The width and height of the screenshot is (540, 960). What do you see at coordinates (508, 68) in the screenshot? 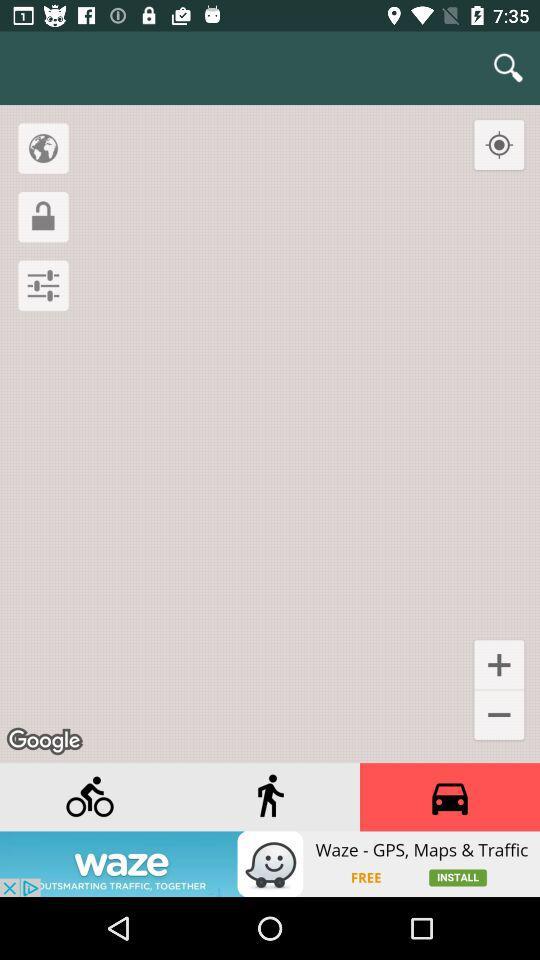
I see `search` at bounding box center [508, 68].